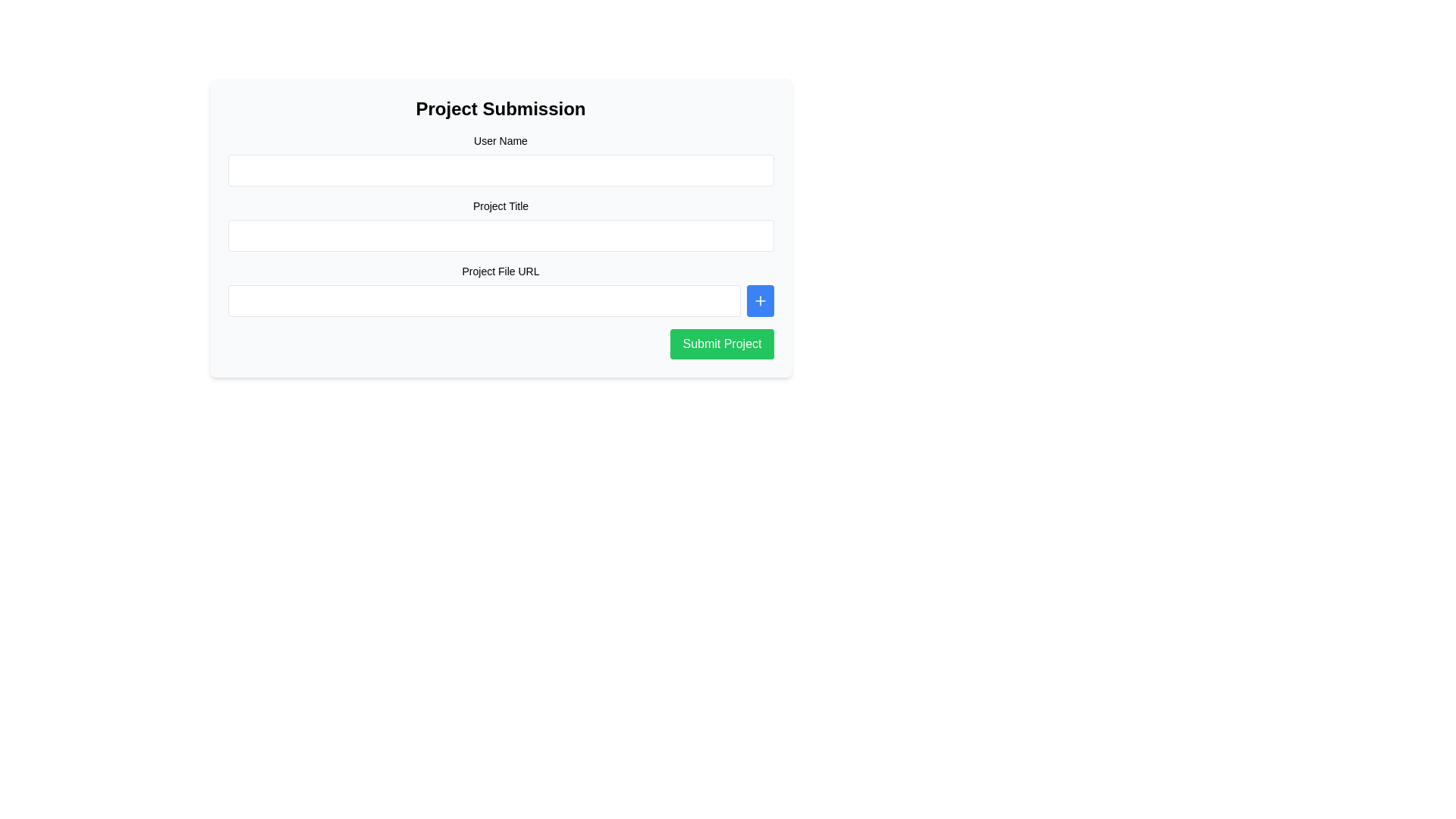  Describe the element at coordinates (760, 301) in the screenshot. I see `the add action icon located inside the square button to the right of the 'Project File URL' input field` at that location.